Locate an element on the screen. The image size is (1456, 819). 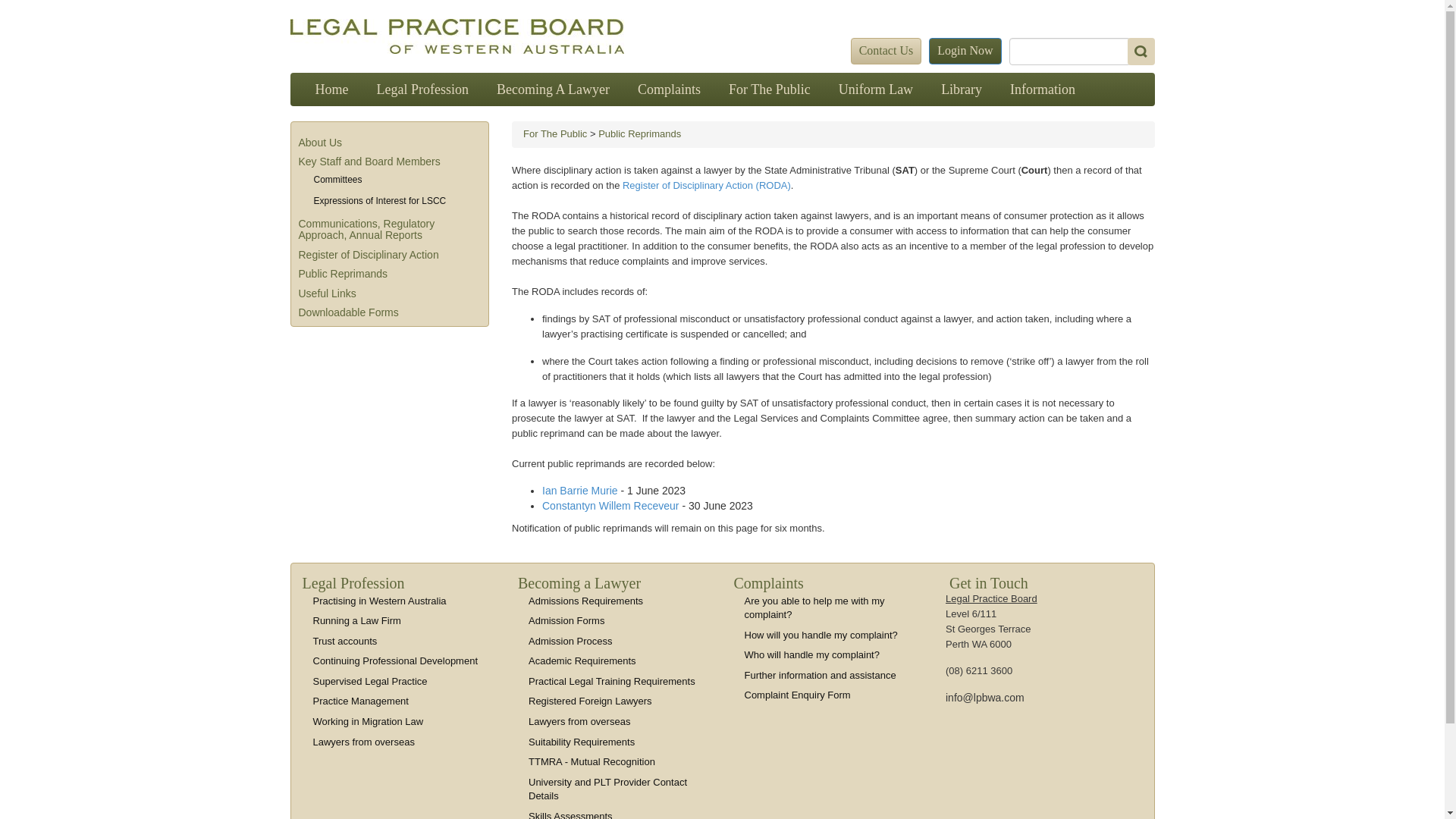
'For The Public' is located at coordinates (769, 89).